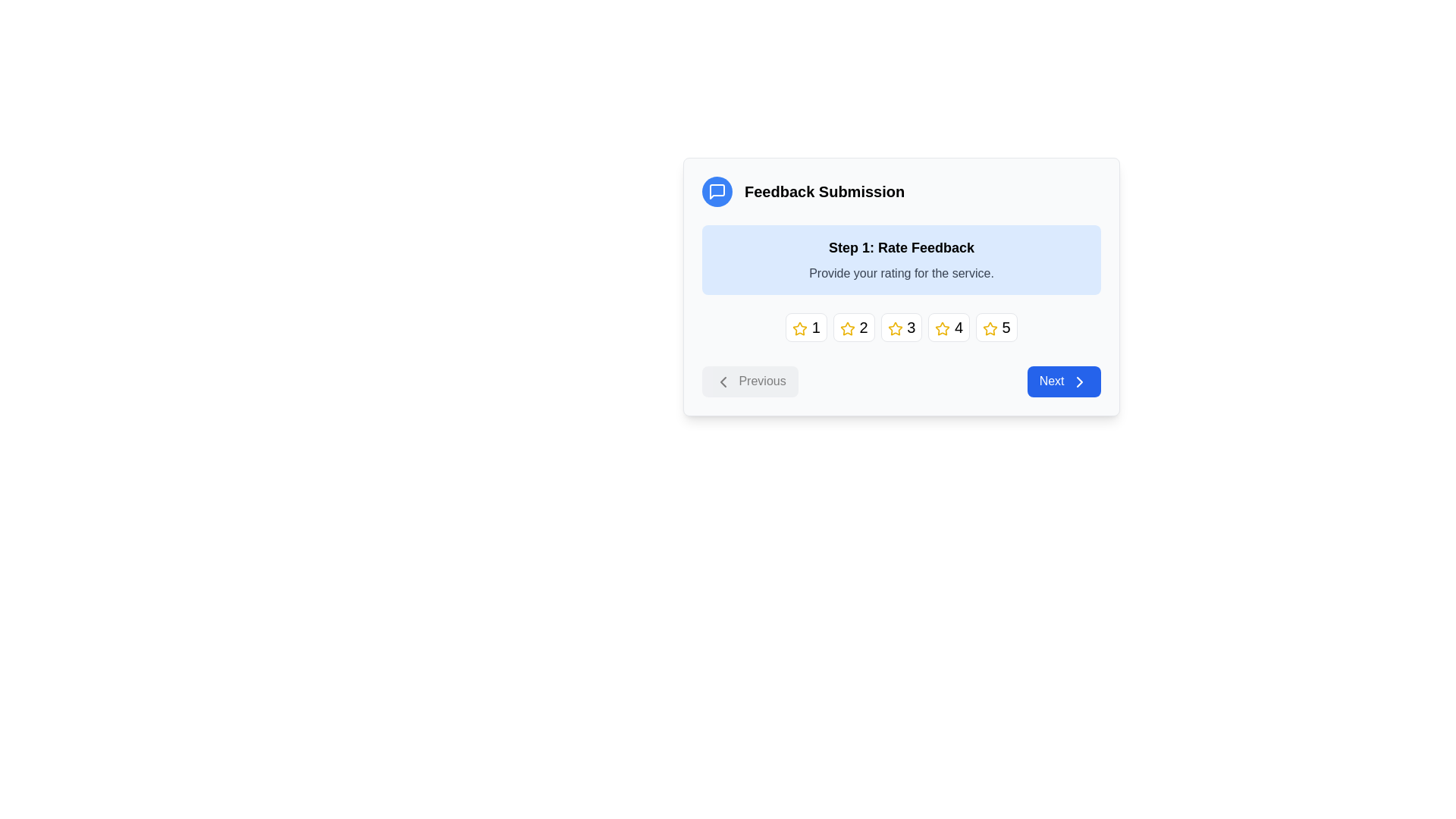 The width and height of the screenshot is (1456, 819). I want to click on the fourth yellow star icon in the feedback rating section, so click(990, 328).